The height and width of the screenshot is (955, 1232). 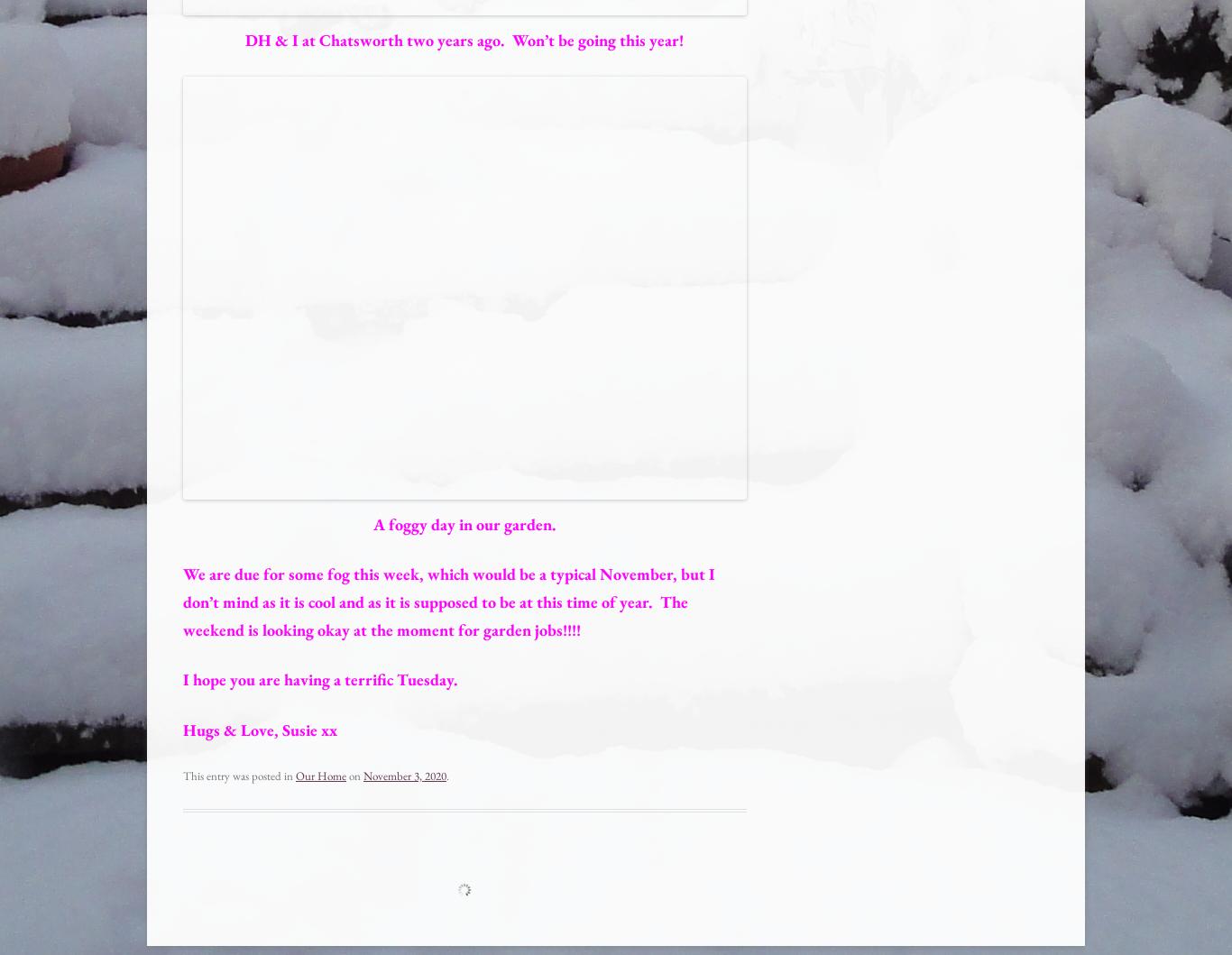 I want to click on 'I hope you are having a terrific Tuesday.', so click(x=319, y=678).